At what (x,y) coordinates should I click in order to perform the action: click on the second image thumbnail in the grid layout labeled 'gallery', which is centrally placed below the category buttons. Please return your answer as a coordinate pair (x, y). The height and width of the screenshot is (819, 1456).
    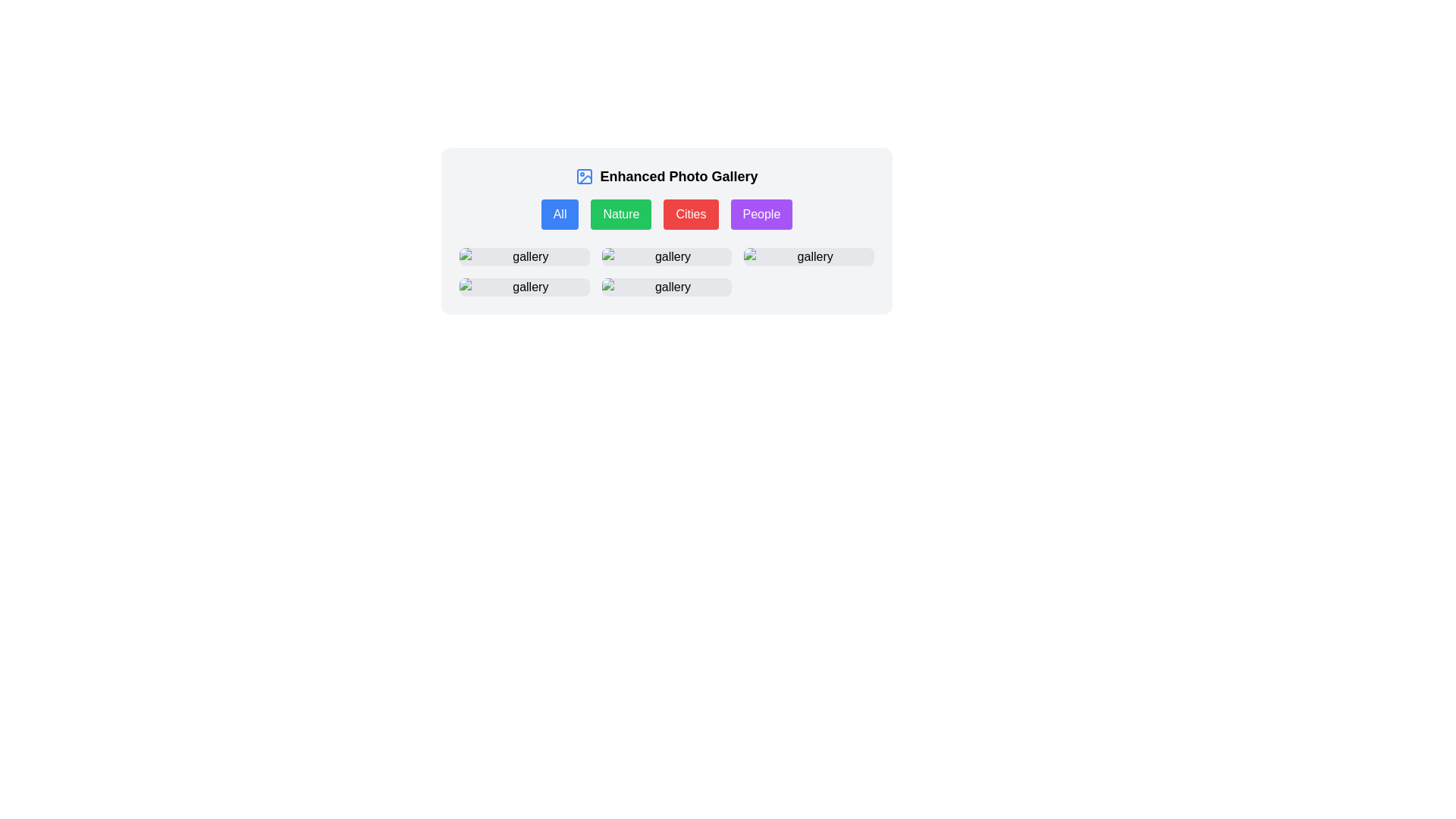
    Looking at the image, I should click on (667, 271).